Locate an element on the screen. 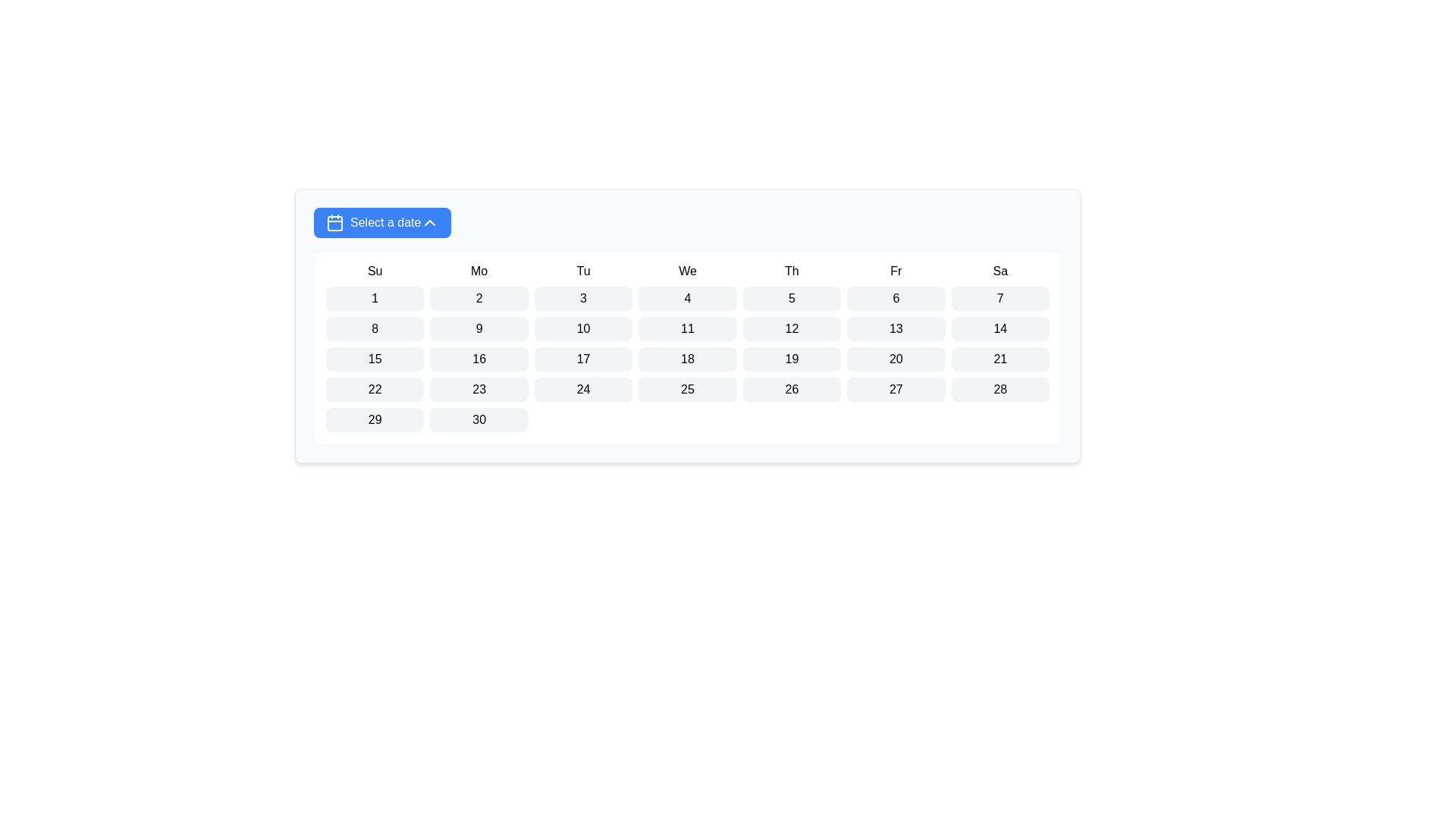 This screenshot has width=1456, height=819. the button displaying the number '11' located in the third row and fourth column of the calendar grid is located at coordinates (687, 328).